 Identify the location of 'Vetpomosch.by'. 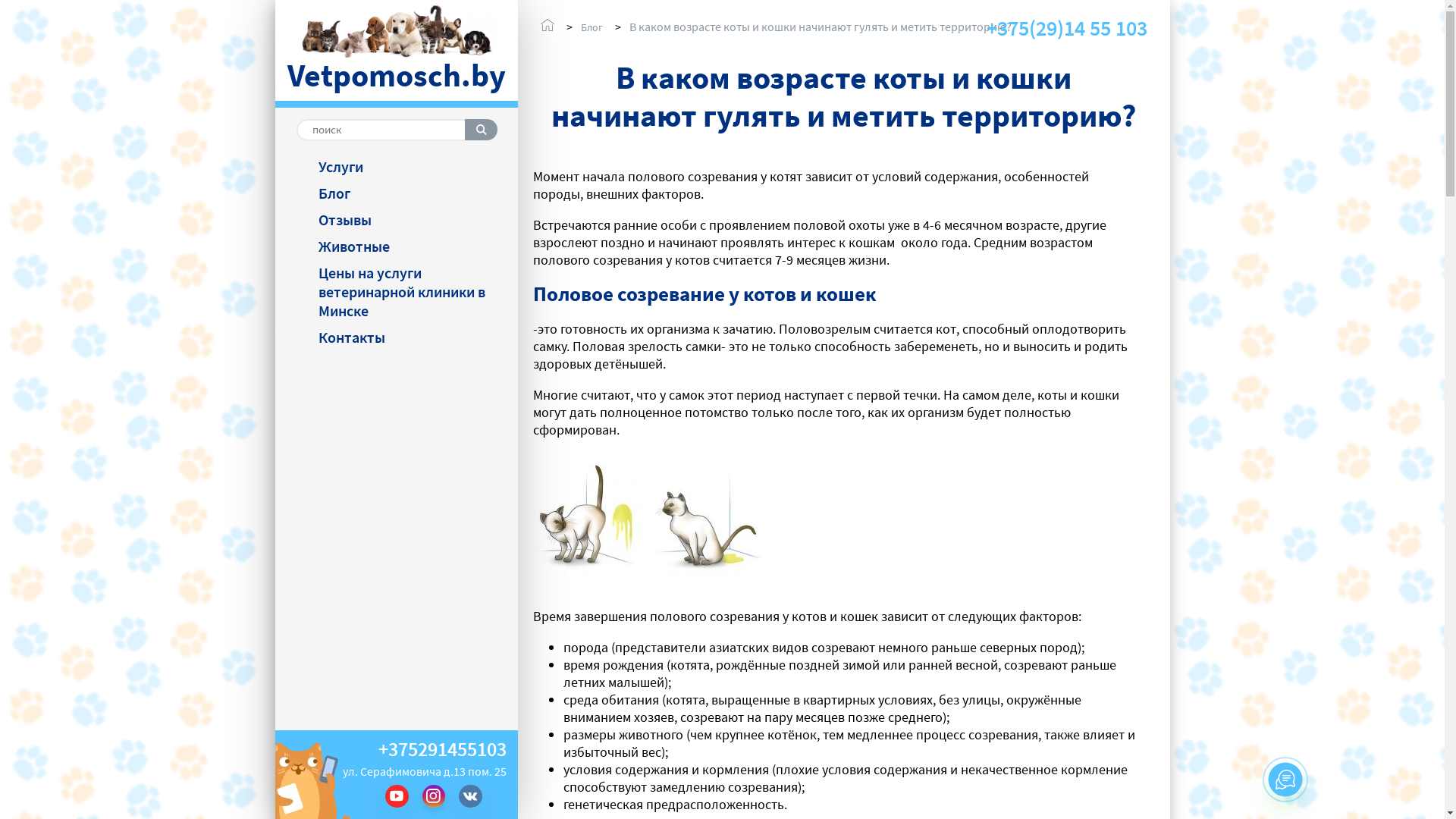
(397, 51).